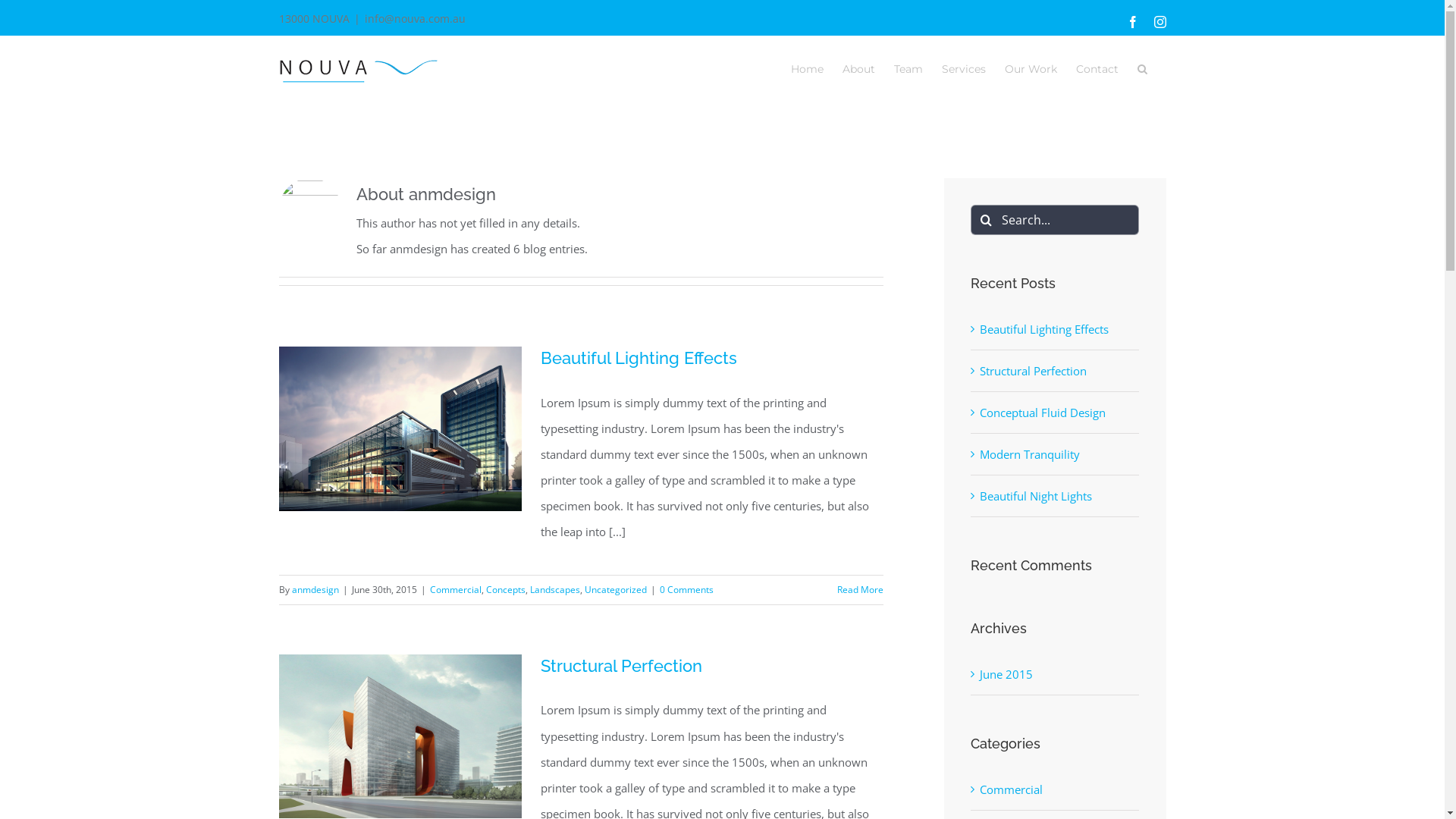  What do you see at coordinates (1006, 673) in the screenshot?
I see `'June 2015'` at bounding box center [1006, 673].